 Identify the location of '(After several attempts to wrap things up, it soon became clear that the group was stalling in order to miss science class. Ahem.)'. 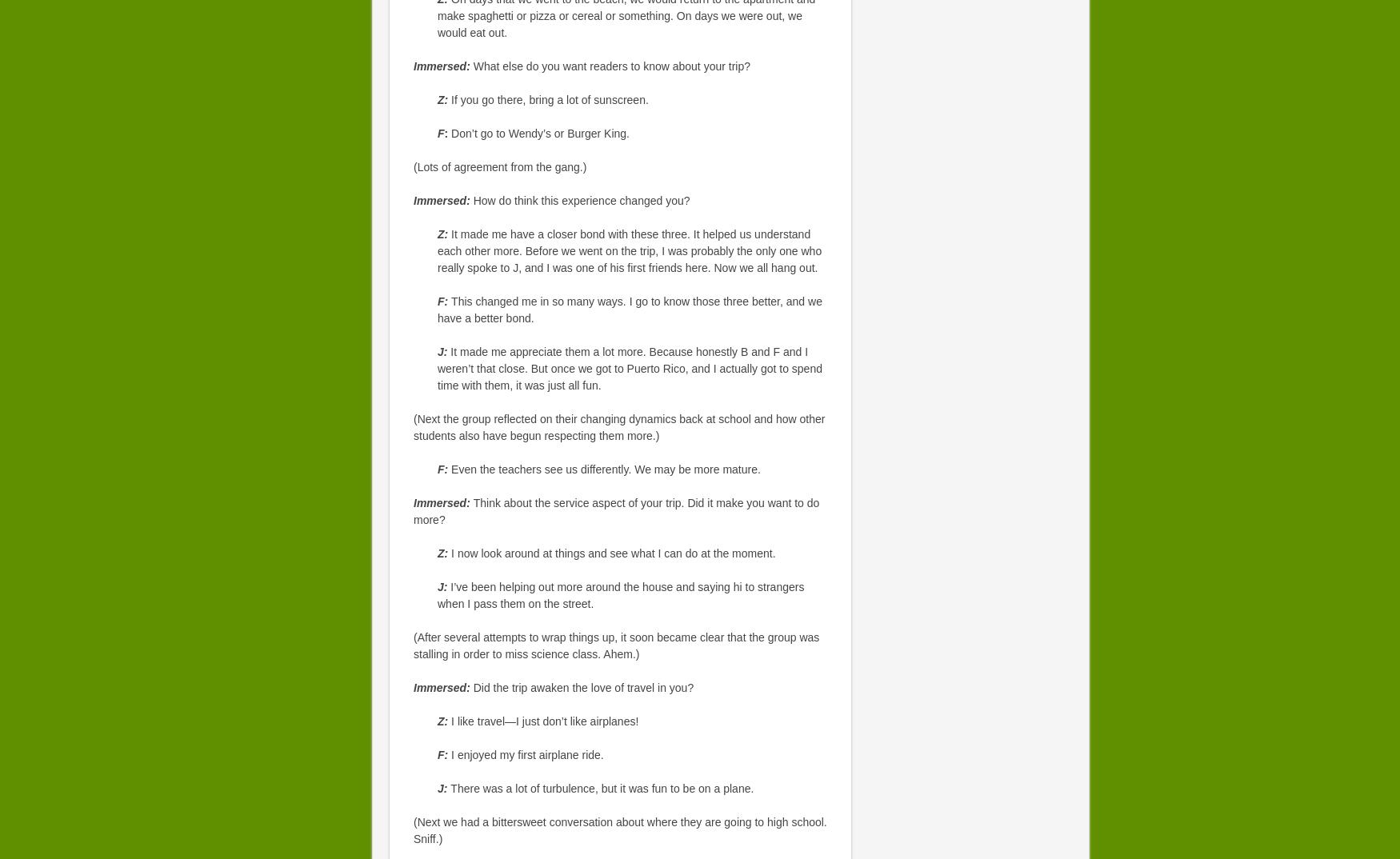
(615, 645).